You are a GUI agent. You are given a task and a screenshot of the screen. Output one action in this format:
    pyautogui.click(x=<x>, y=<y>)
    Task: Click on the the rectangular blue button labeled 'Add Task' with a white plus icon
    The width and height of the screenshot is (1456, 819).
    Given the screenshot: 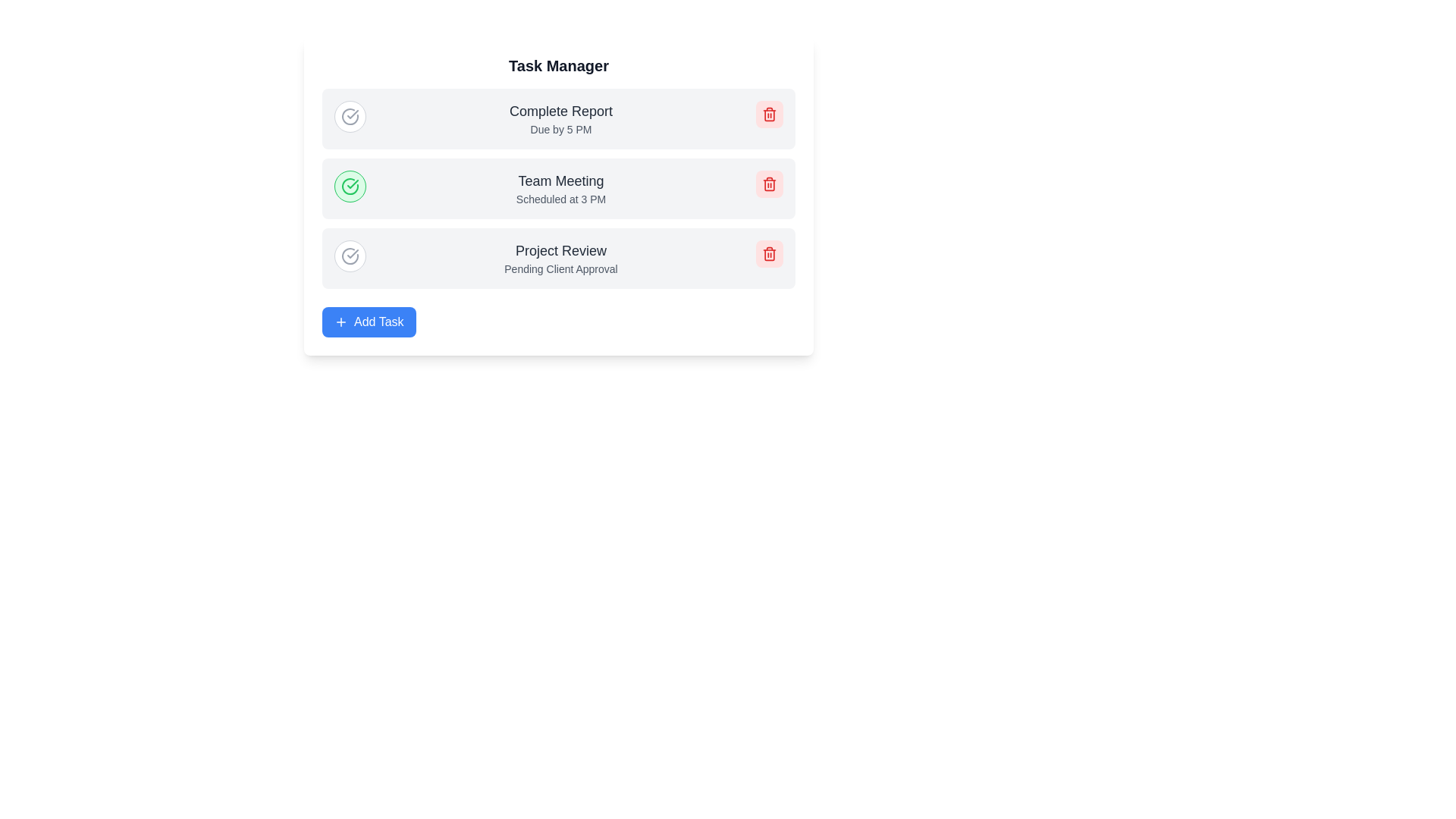 What is the action you would take?
    pyautogui.click(x=369, y=321)
    